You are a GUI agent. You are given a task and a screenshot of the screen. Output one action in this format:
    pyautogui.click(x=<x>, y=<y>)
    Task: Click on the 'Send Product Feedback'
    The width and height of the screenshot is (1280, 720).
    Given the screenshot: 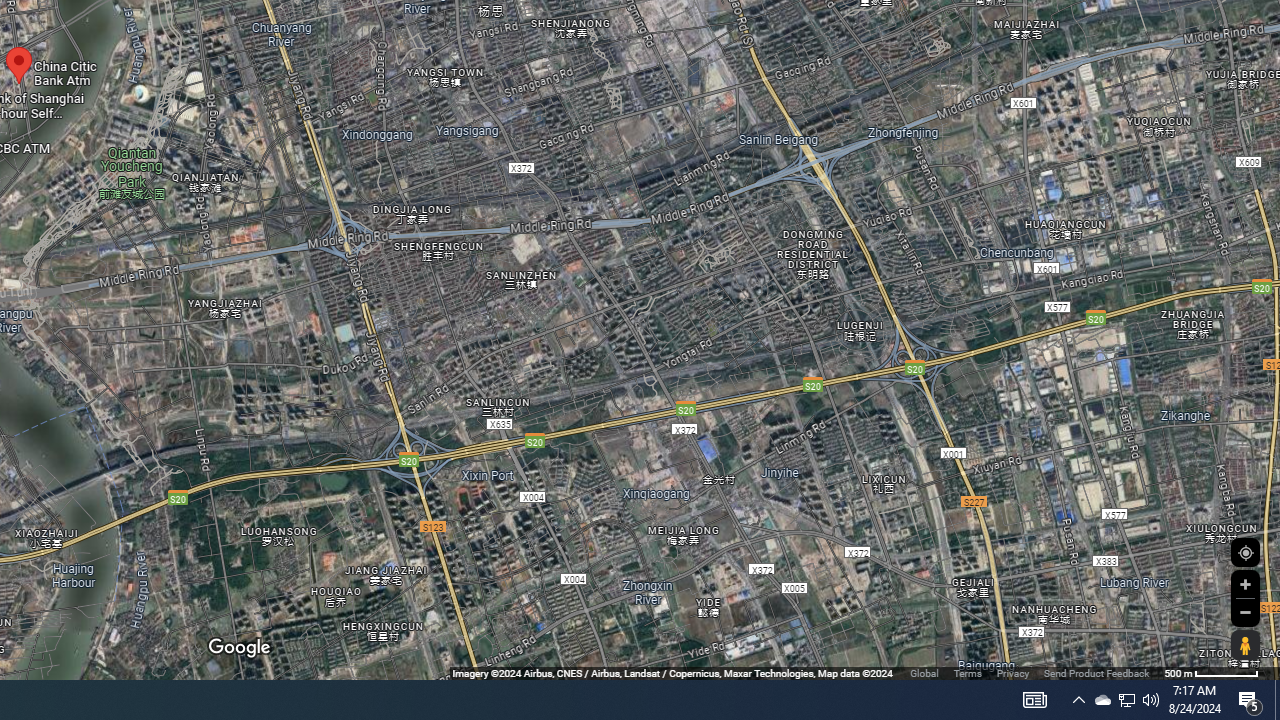 What is the action you would take?
    pyautogui.click(x=1095, y=673)
    